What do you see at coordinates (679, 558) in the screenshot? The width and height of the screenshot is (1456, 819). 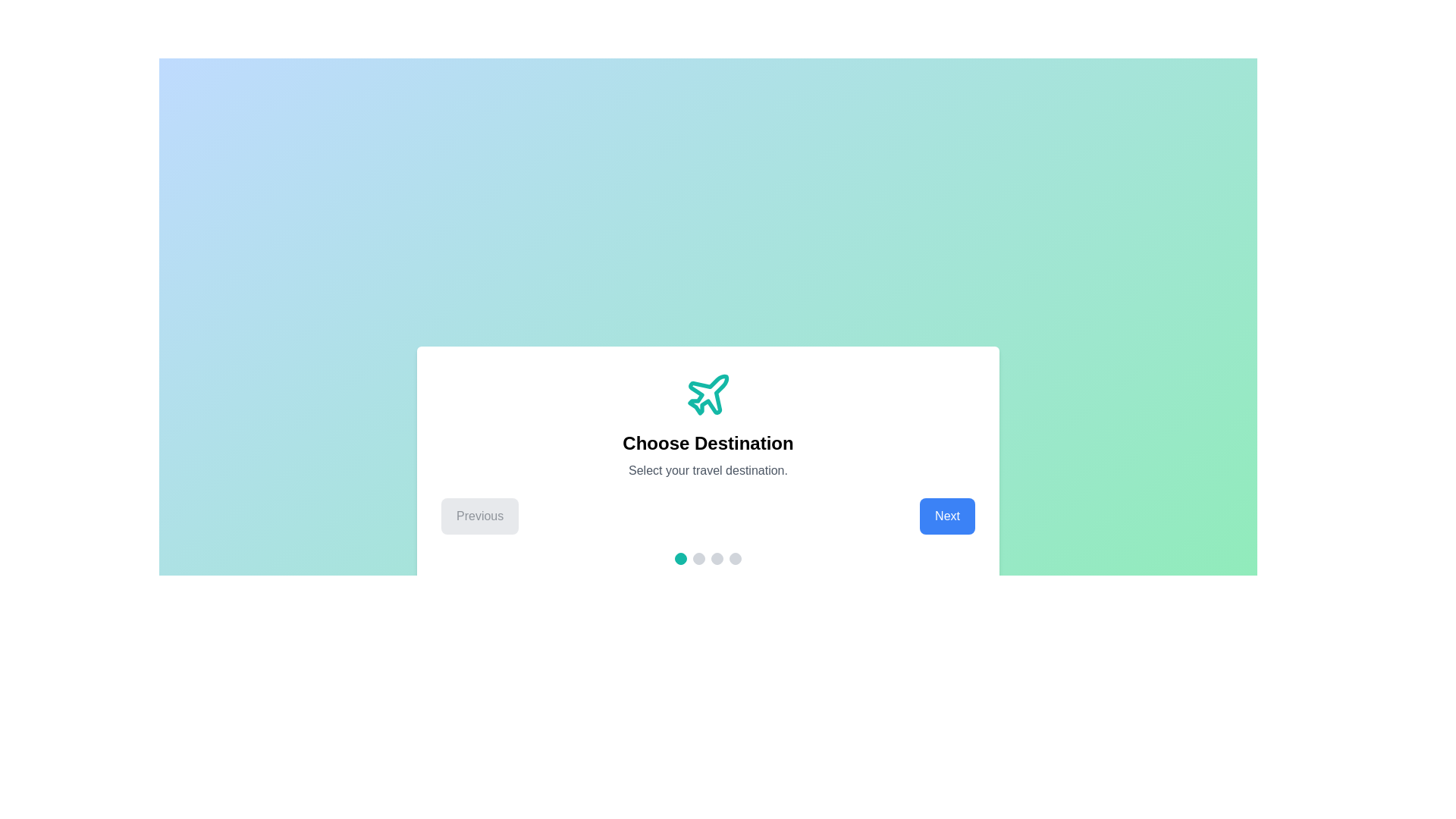 I see `the progress indicator for step 1` at bounding box center [679, 558].